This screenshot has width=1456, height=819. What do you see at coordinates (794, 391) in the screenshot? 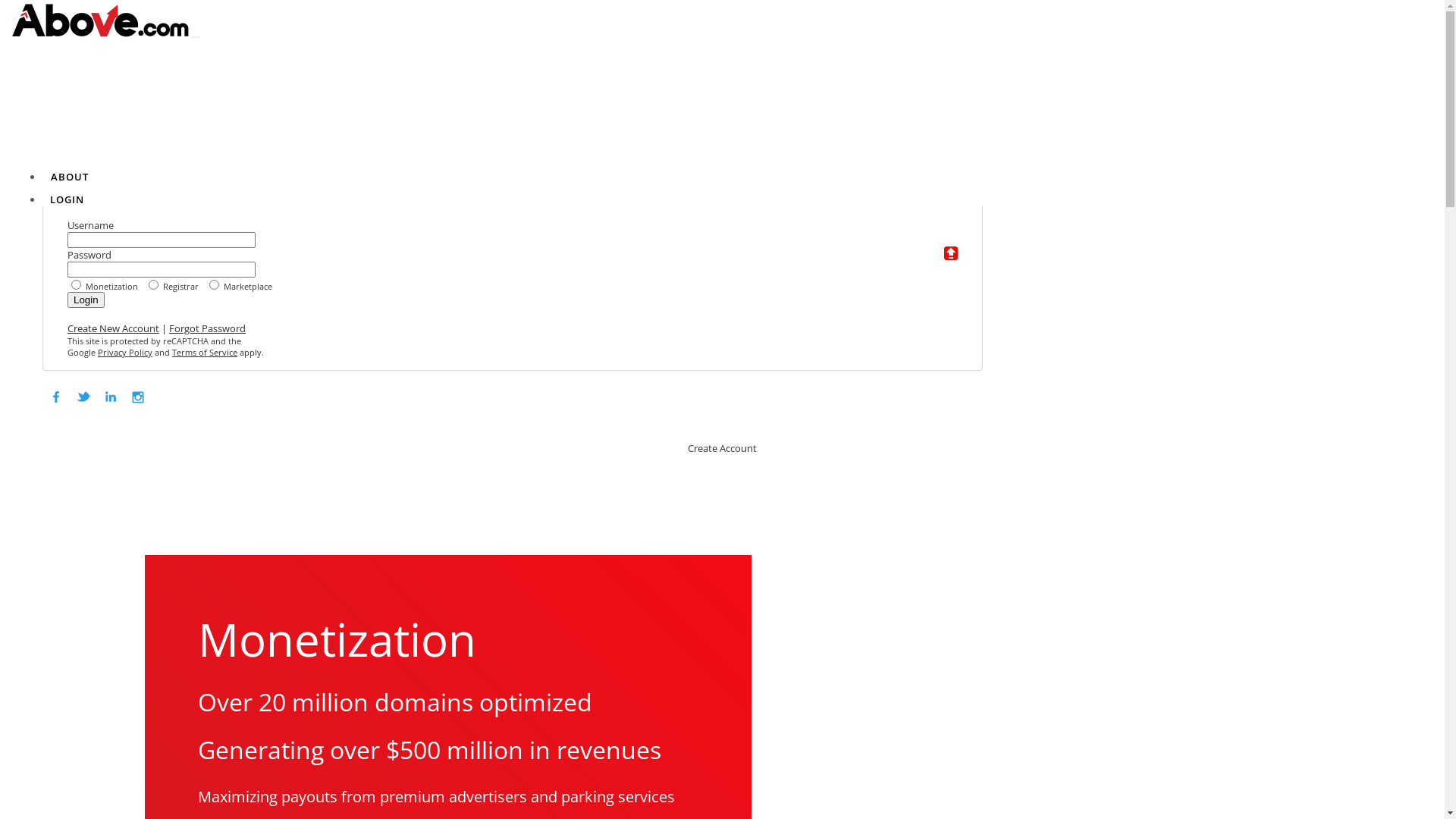
I see `'Brokerage'` at bounding box center [794, 391].